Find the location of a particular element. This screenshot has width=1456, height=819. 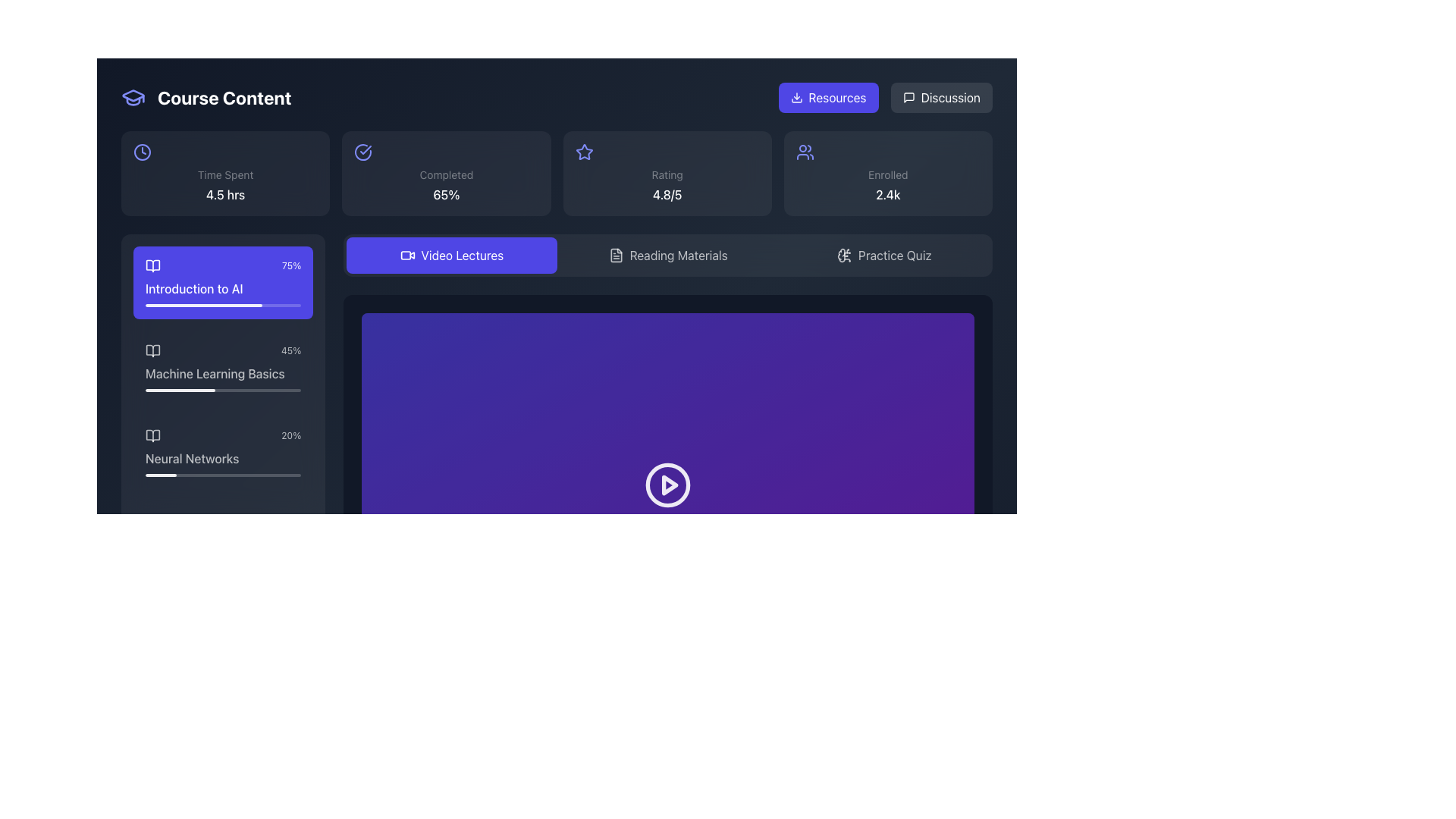

the Static Text Label that describes the number of enrolled users, located at the top-center area of the interface, above the numeric value '2.4k' is located at coordinates (888, 174).